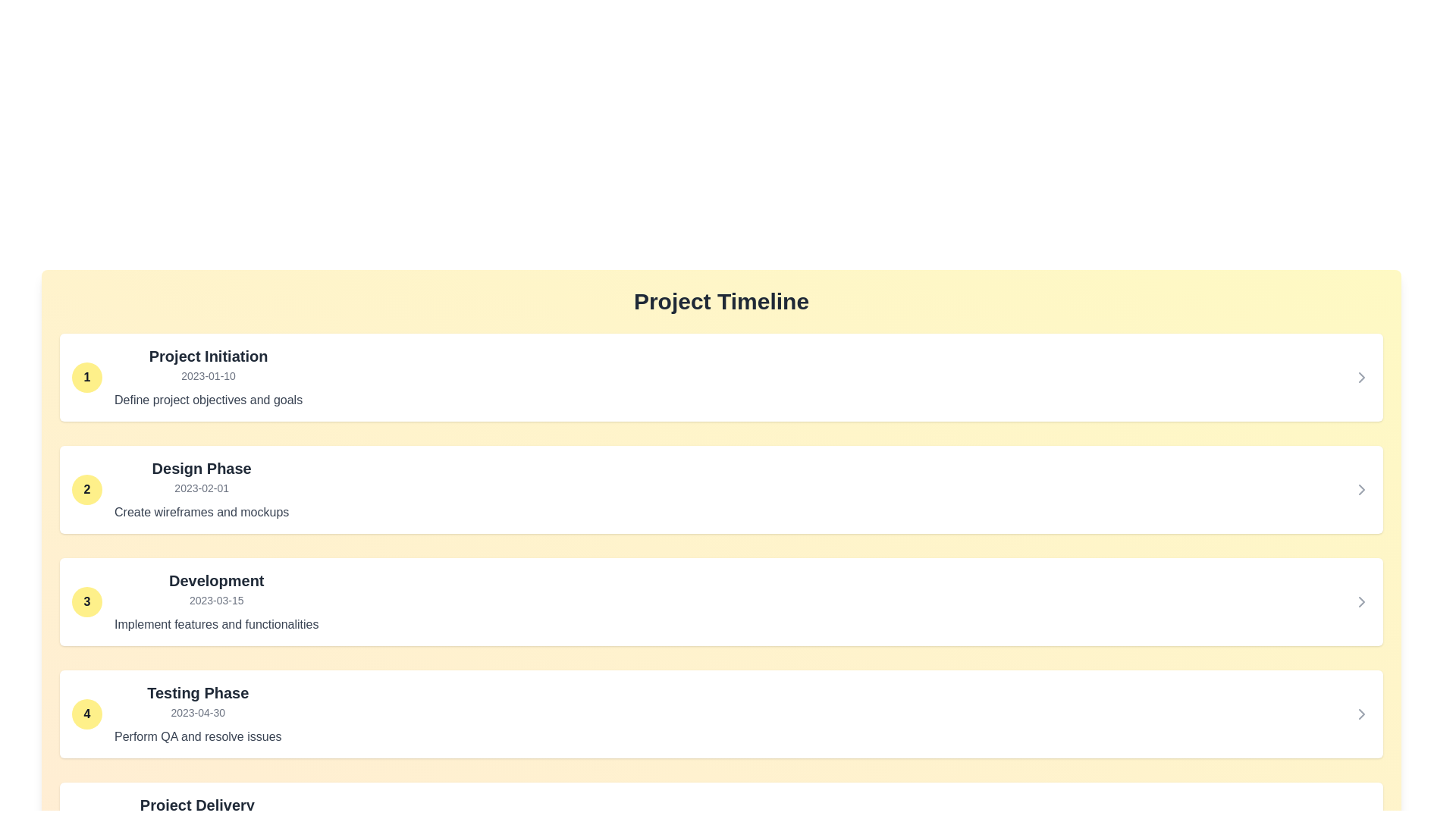 This screenshot has height=819, width=1456. I want to click on text content of the 'Testing Phase' card, which includes its title, associated date, and a short description, located in the fourth position within the sequence of project phase cards, so click(197, 714).